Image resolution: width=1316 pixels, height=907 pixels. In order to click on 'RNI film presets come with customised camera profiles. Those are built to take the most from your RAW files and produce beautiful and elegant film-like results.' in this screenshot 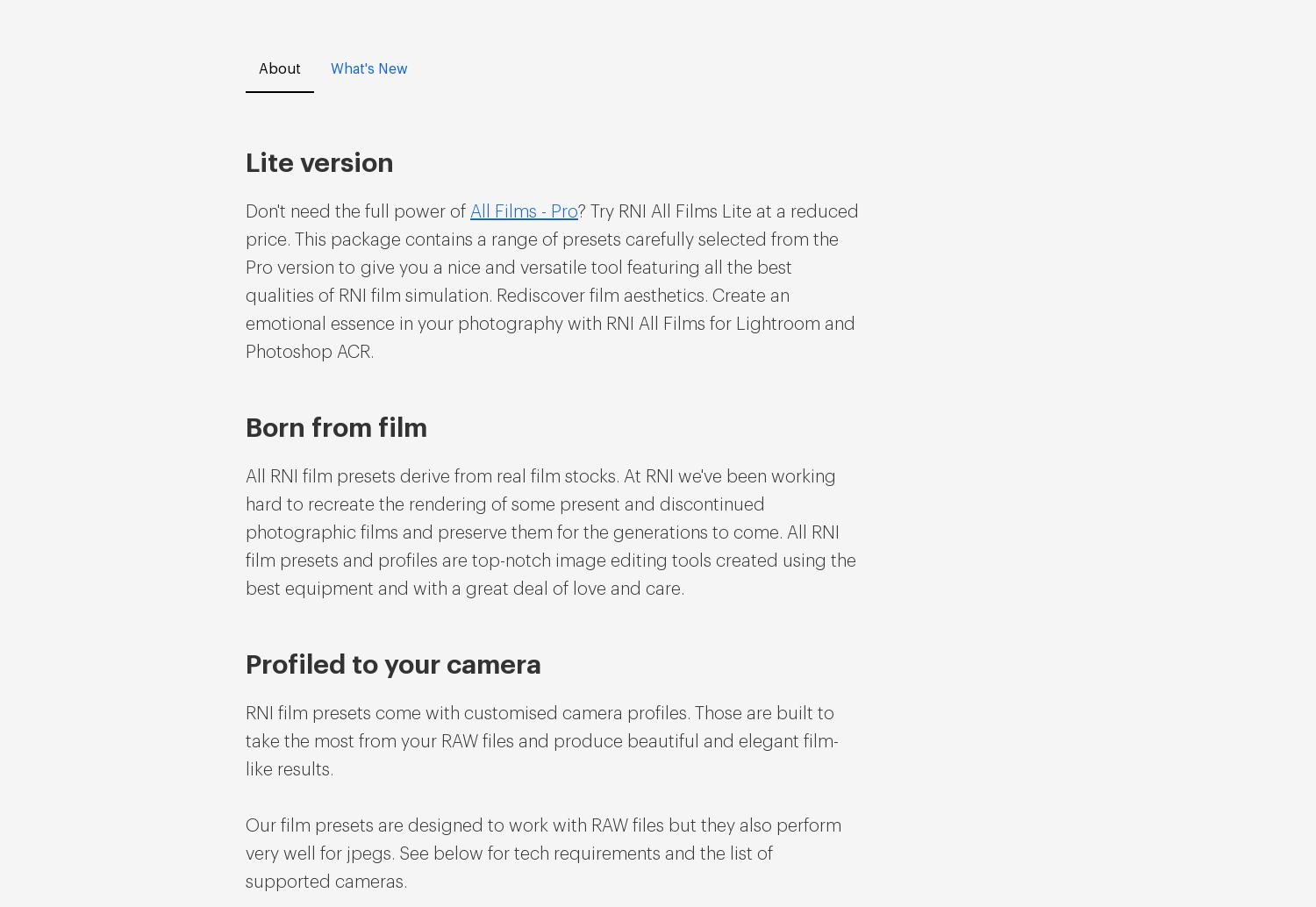, I will do `click(246, 741)`.